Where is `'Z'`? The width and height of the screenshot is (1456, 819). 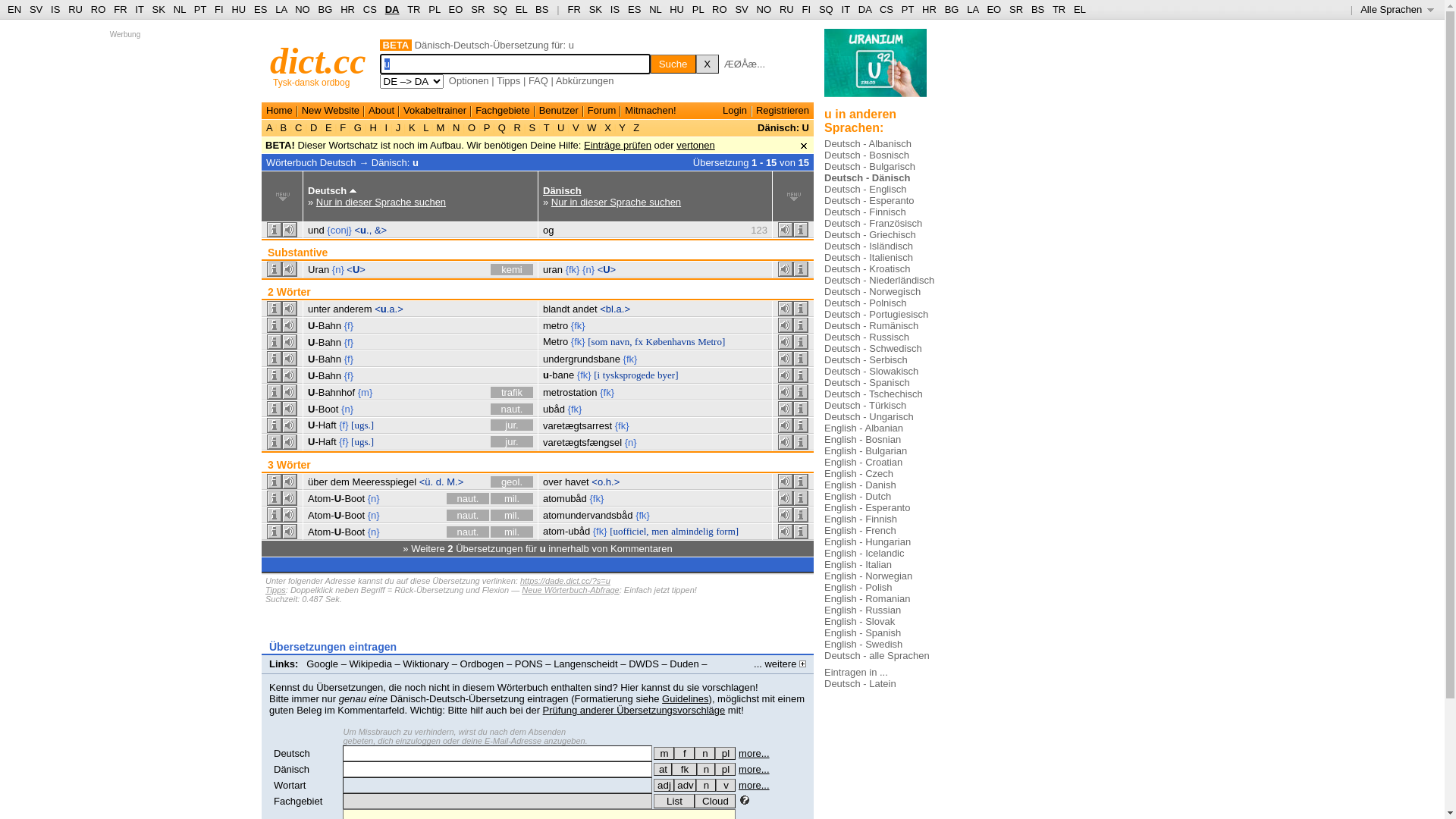 'Z' is located at coordinates (636, 127).